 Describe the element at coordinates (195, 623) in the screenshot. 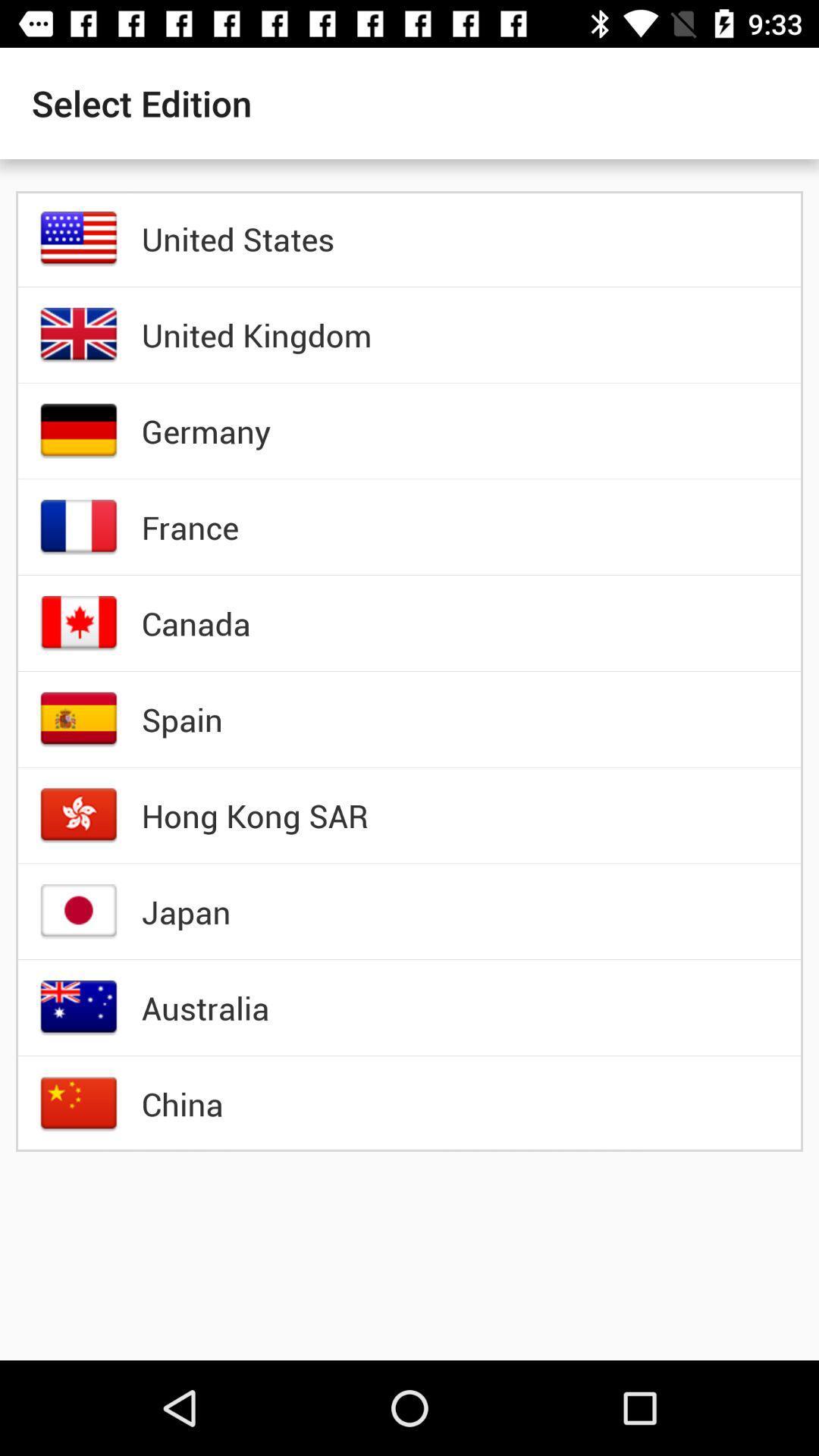

I see `the item below france item` at that location.